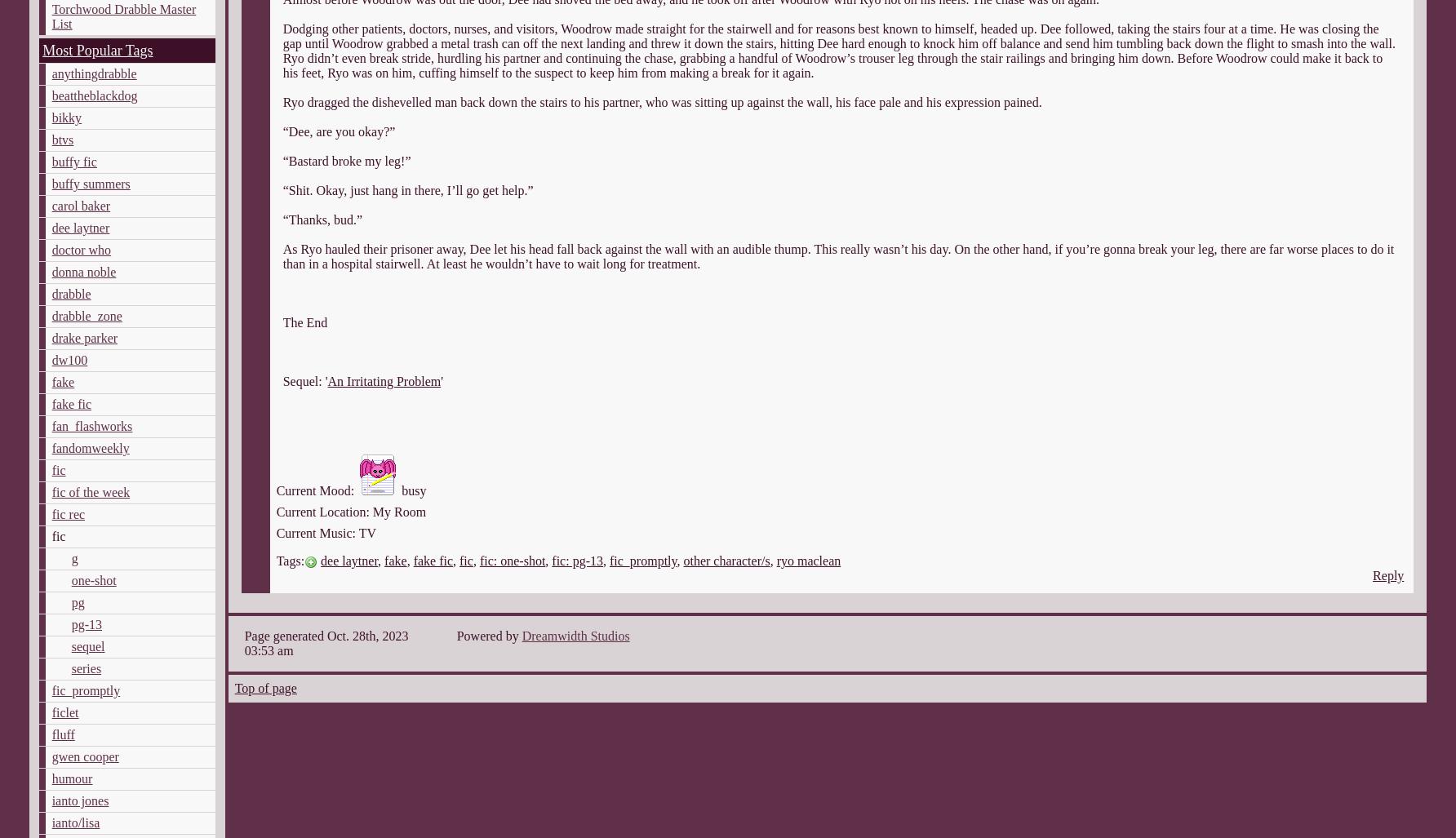 This screenshot has height=838, width=1456. I want to click on 'ficlet', so click(51, 712).